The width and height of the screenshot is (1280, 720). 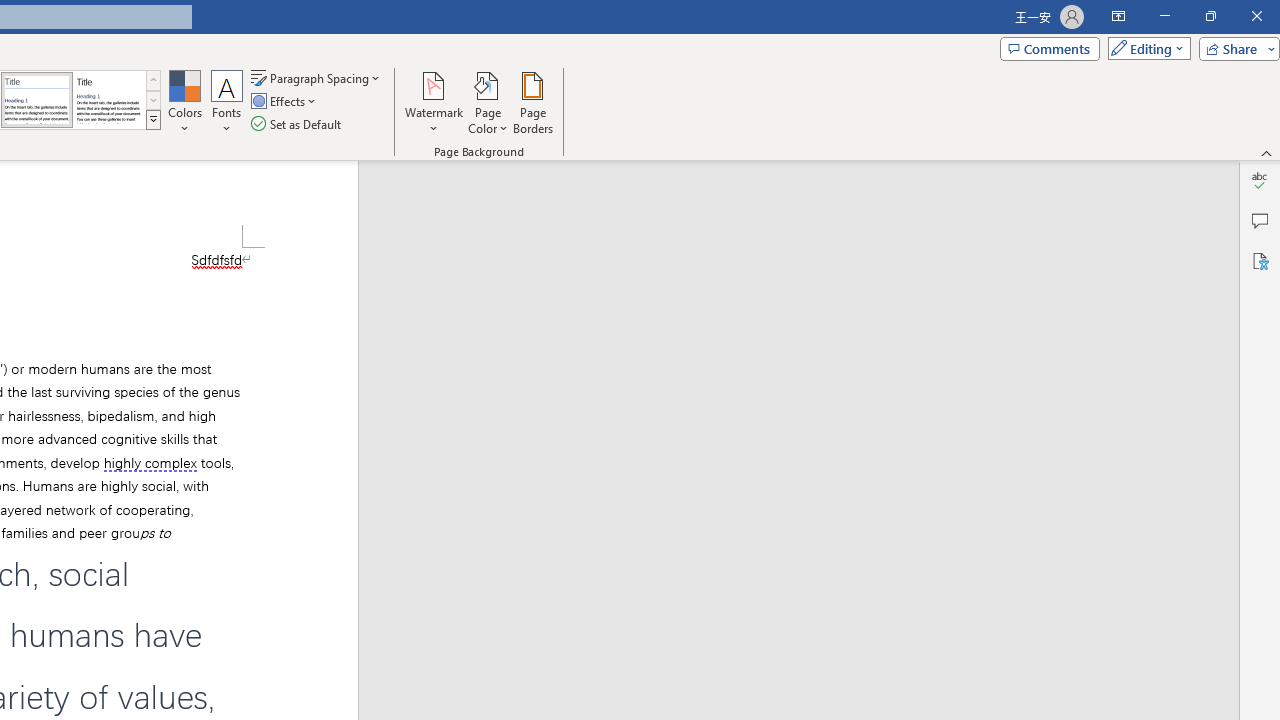 What do you see at coordinates (433, 103) in the screenshot?
I see `'Watermark'` at bounding box center [433, 103].